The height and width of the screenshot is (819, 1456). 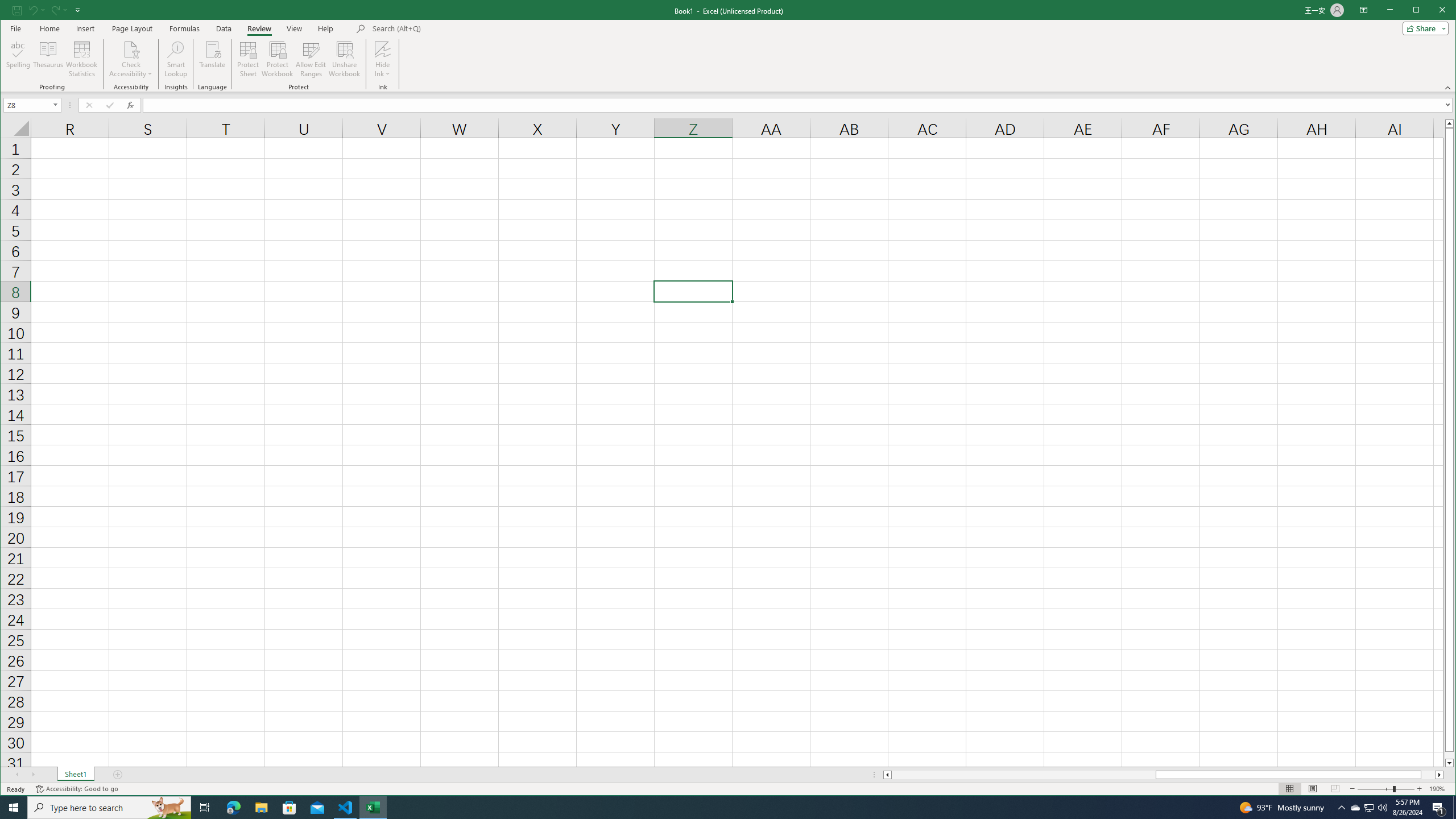 I want to click on 'Spelling...', so click(x=18, y=59).